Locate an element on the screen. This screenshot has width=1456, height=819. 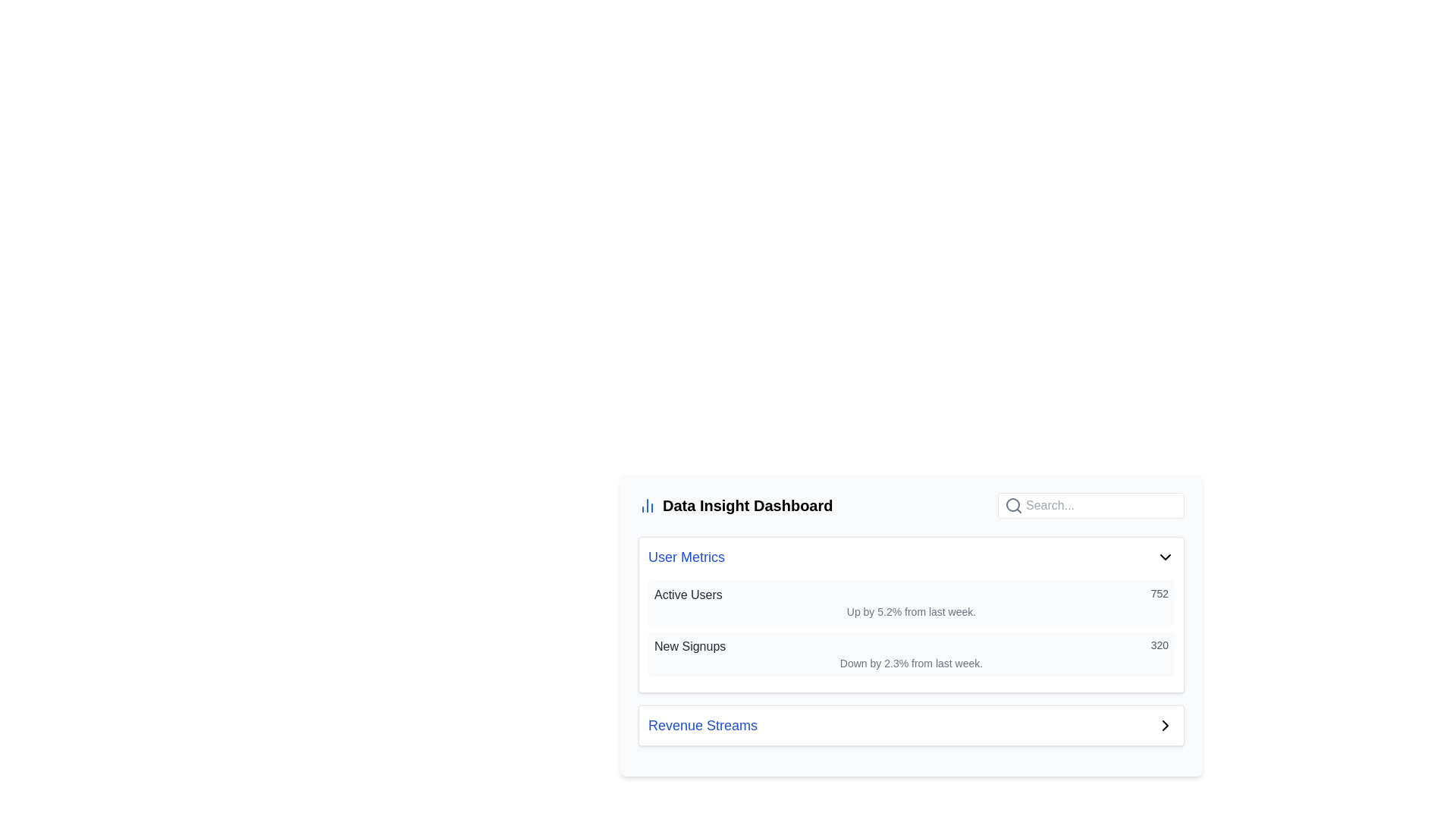
on the navigation link for 'Revenue Streams' located at the bottom of the 'Data Insight Dashboard' card is located at coordinates (910, 724).